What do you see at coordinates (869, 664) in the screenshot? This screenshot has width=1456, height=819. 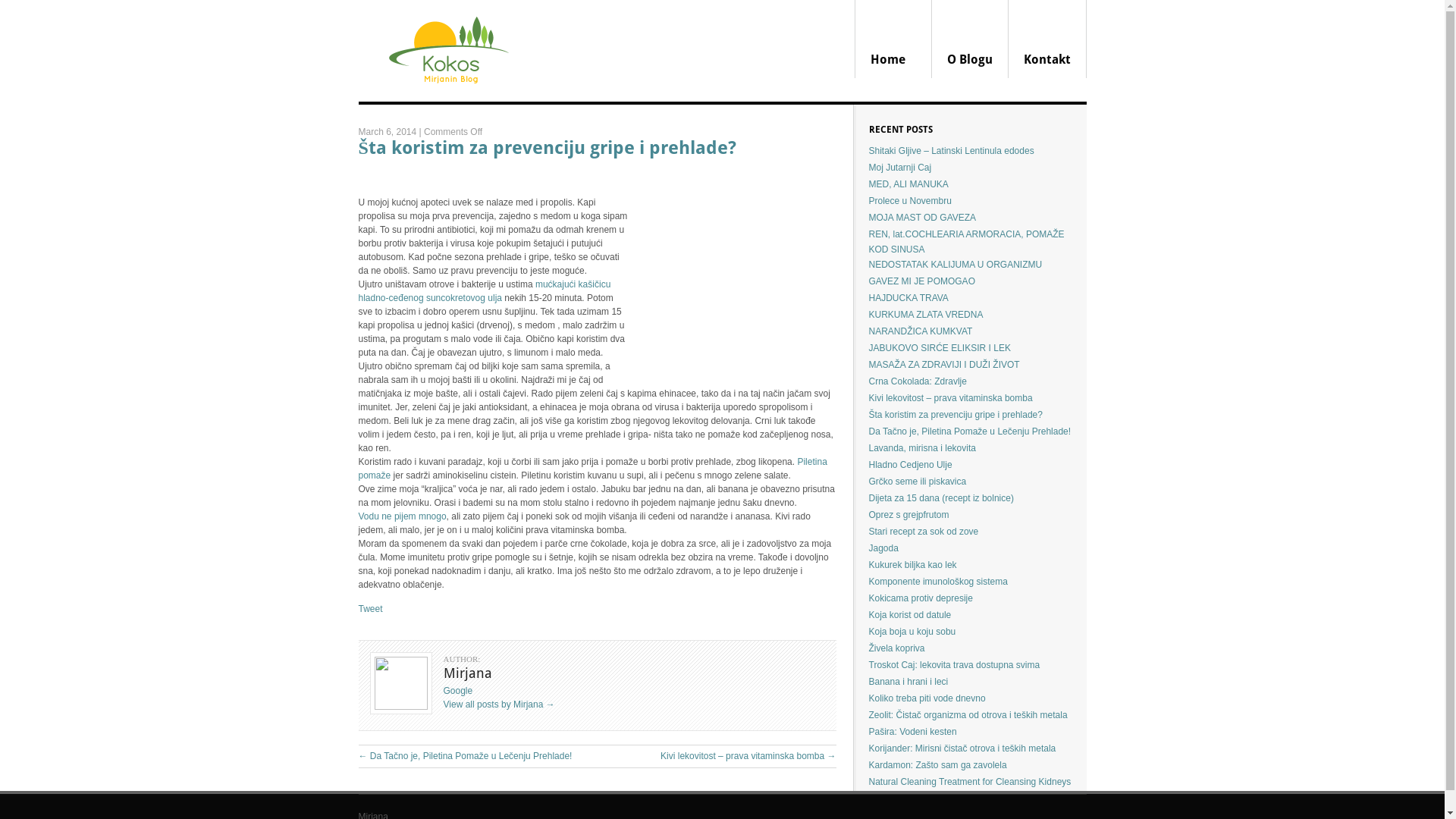 I see `'Troskot Caj: lekovita trava dostupna svima'` at bounding box center [869, 664].